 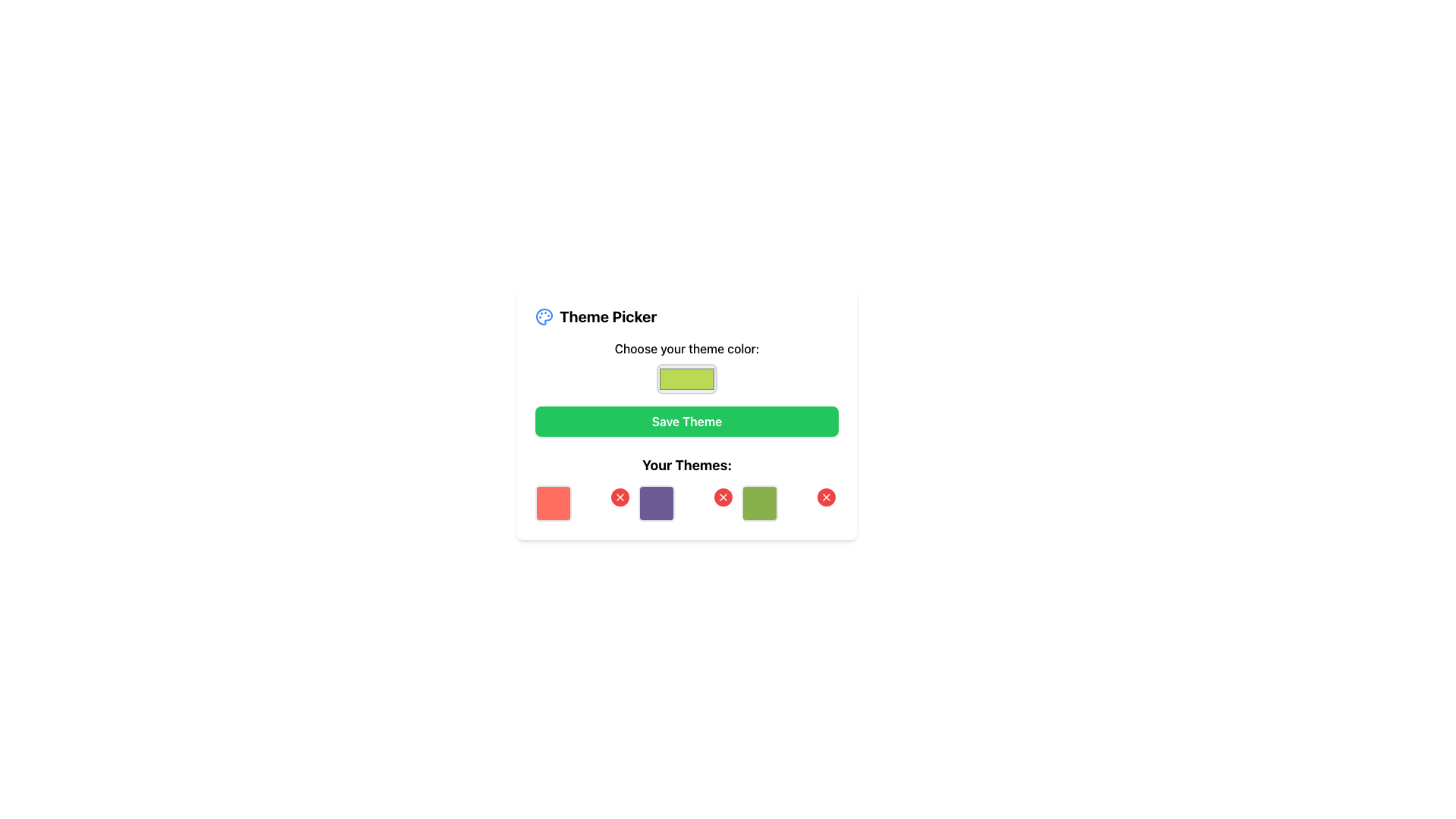 What do you see at coordinates (544, 315) in the screenshot?
I see `the blue painter's palette SVG icon located to the left of the 'Theme Picker' title text` at bounding box center [544, 315].